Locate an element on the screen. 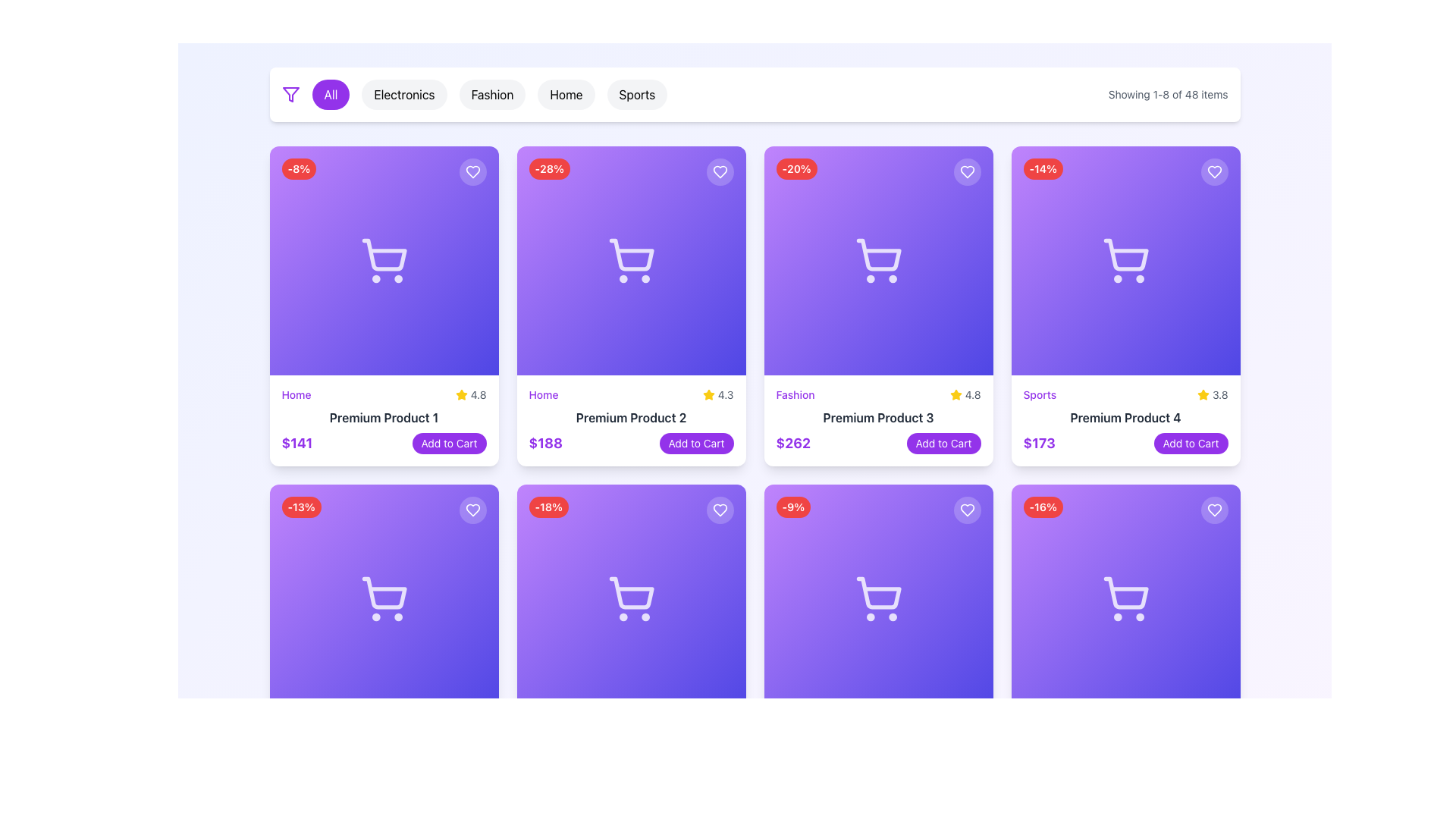 The image size is (1456, 819). the label displaying 'Premium Product 4' which is located in the fourth product card of the topmost row, below the description 'Sports' and the rating '3.8' is located at coordinates (1125, 418).